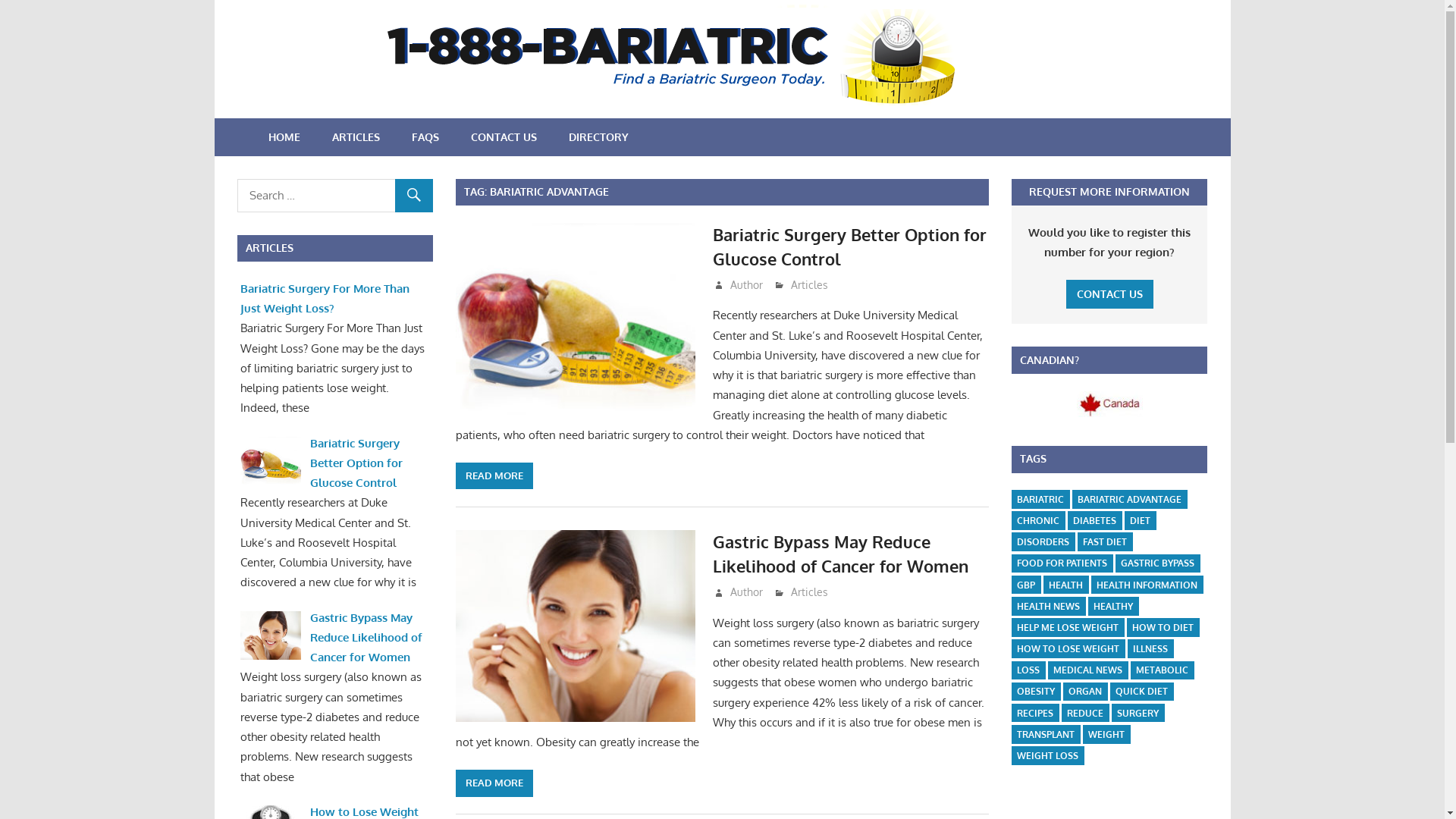  I want to click on 'LOSS', so click(1012, 670).